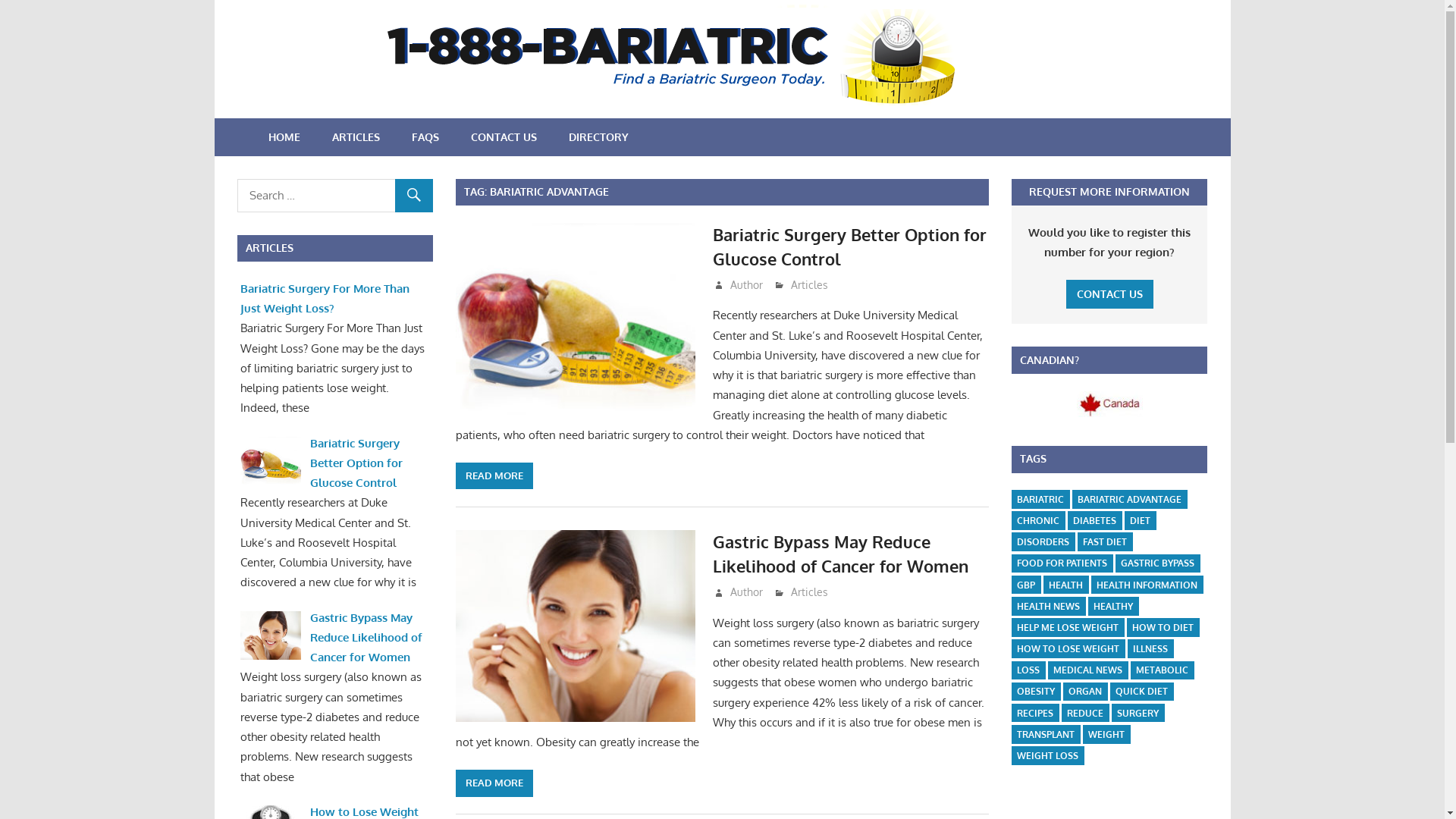  I want to click on 'LOSS', so click(1012, 670).